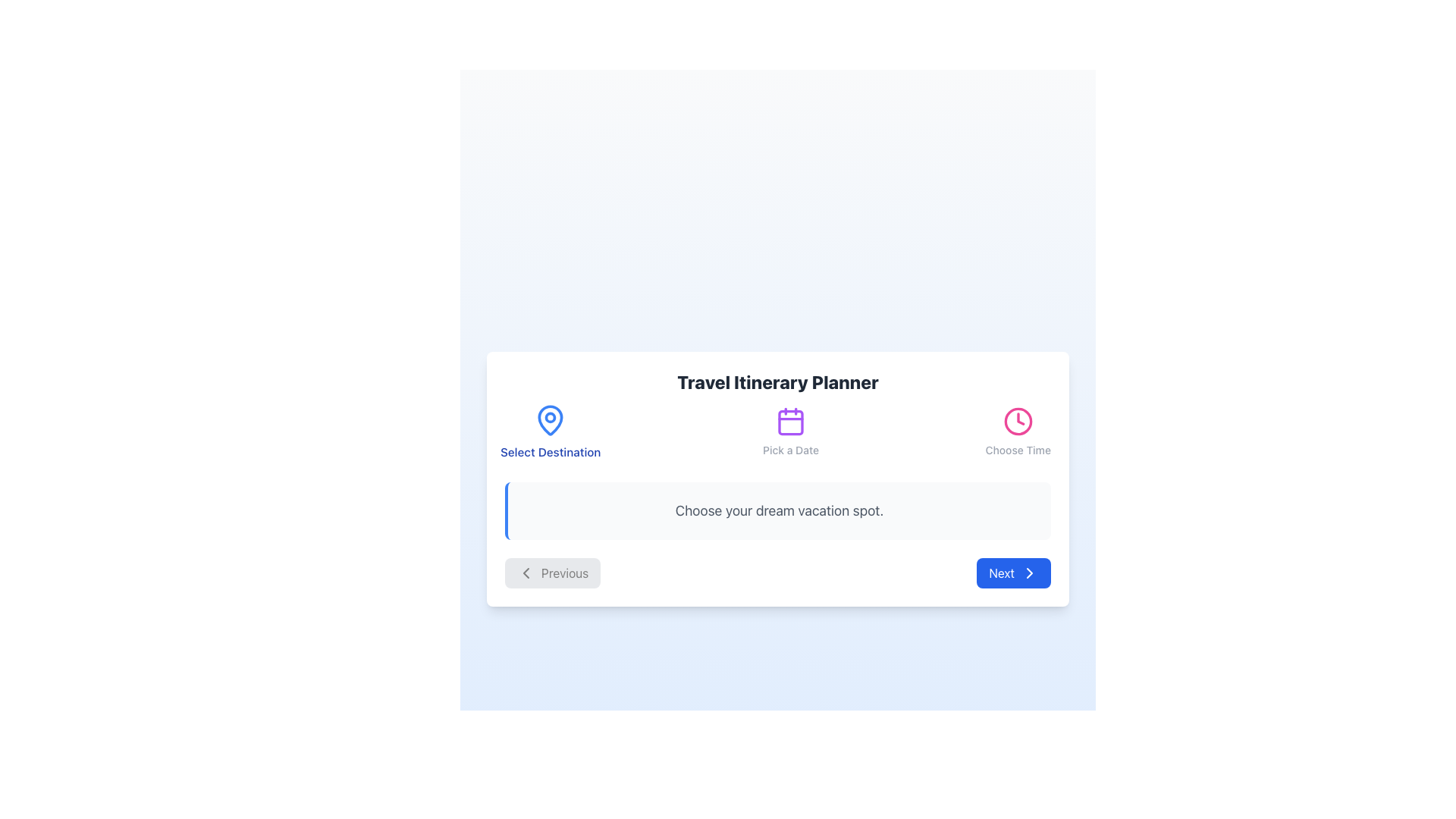 This screenshot has height=819, width=1456. Describe the element at coordinates (552, 573) in the screenshot. I see `the 'Previous' button located at the bottom-left corner of the content panel` at that location.